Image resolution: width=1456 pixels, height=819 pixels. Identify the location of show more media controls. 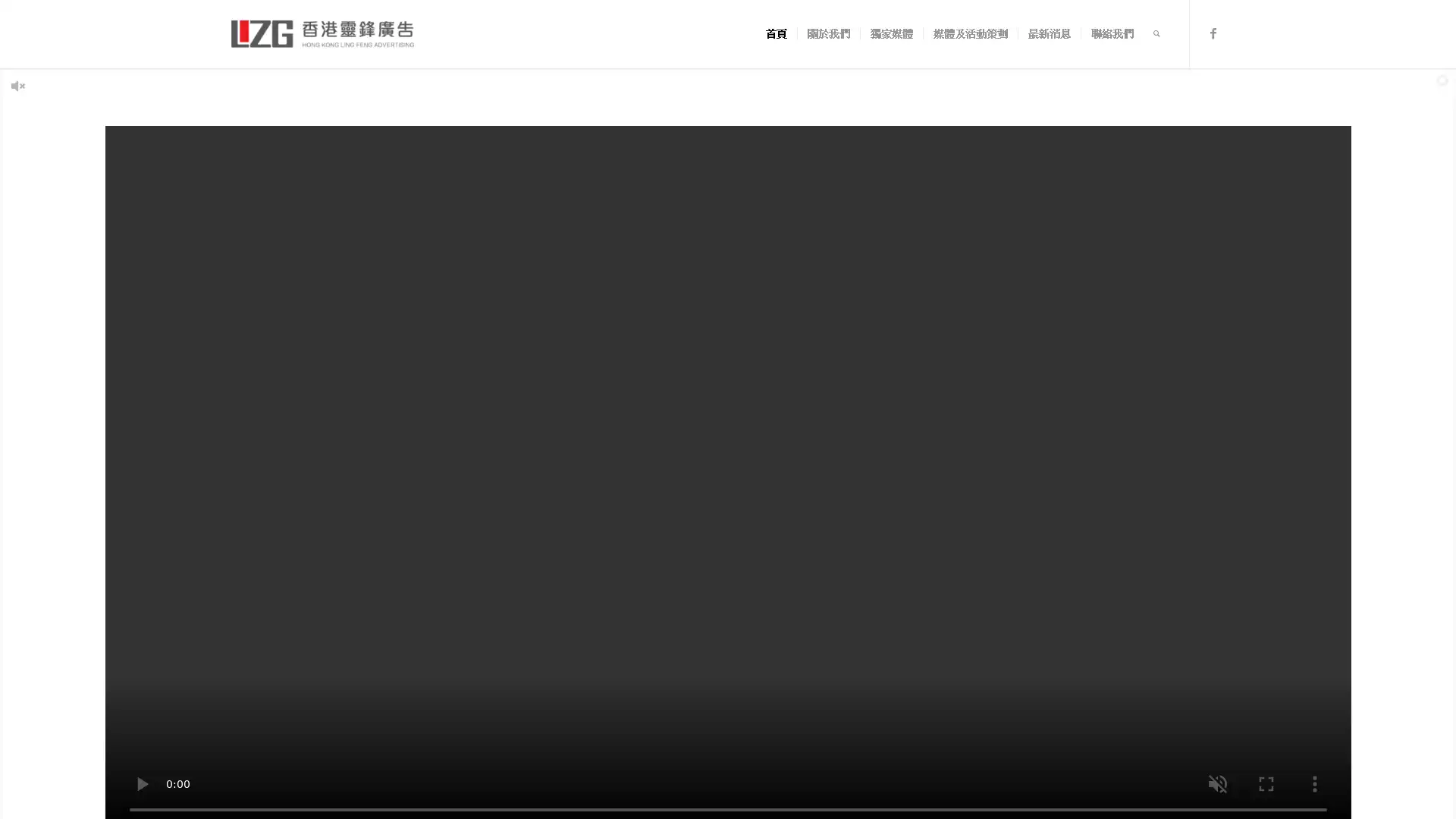
(1313, 783).